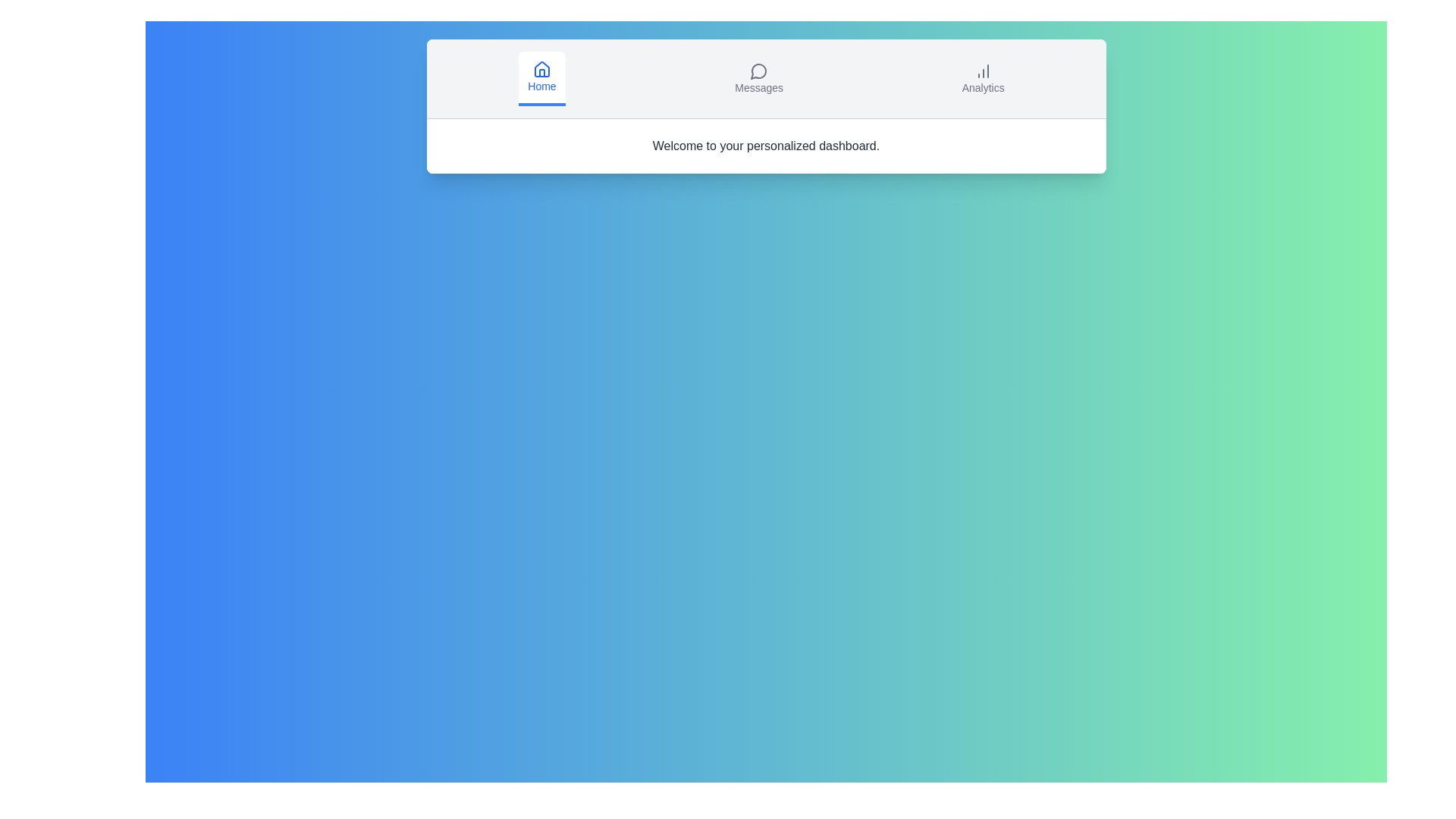 This screenshot has width=1456, height=819. I want to click on the Messages tab to switch to it, so click(759, 79).